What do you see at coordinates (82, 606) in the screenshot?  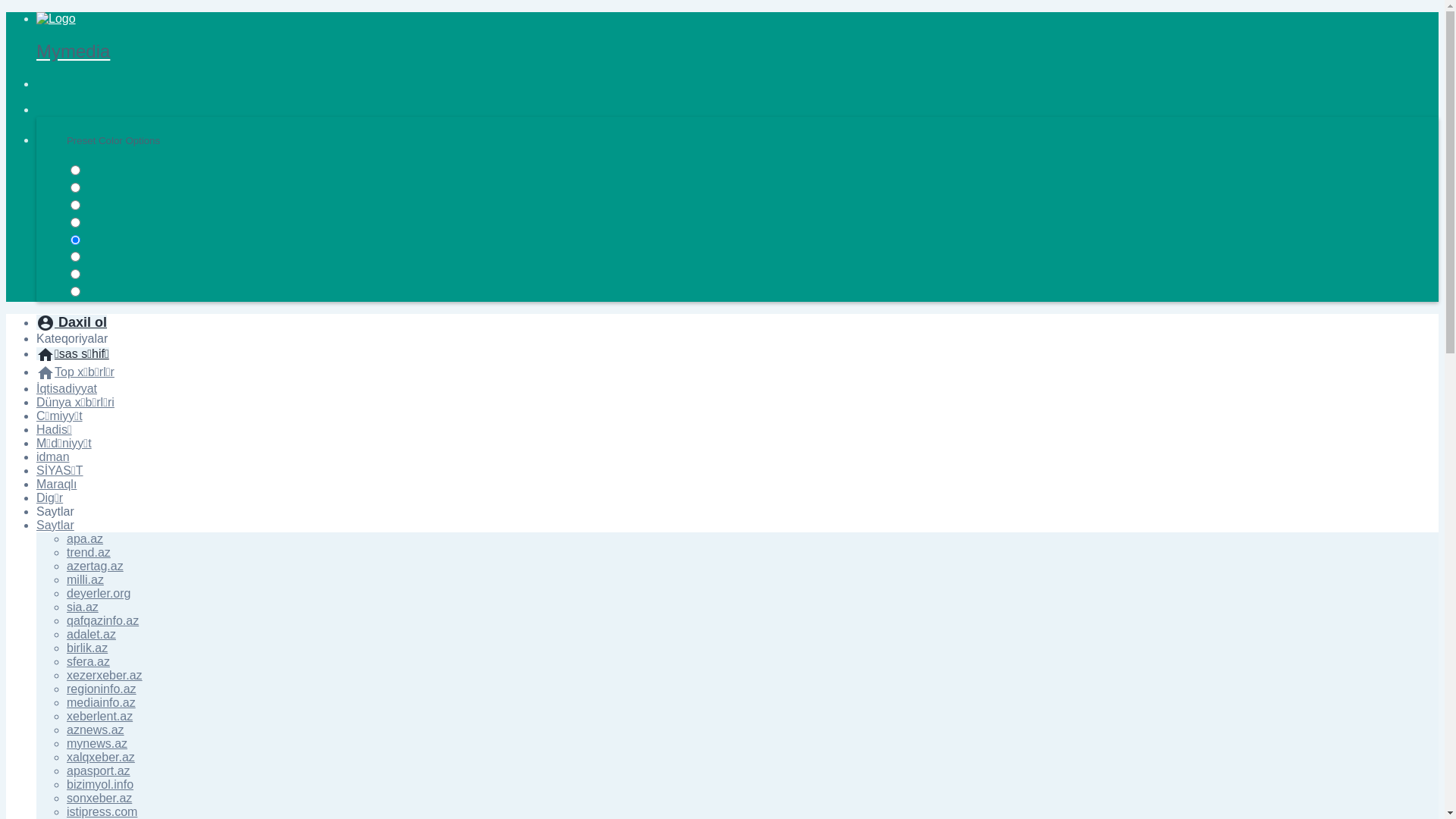 I see `'sia.az'` at bounding box center [82, 606].